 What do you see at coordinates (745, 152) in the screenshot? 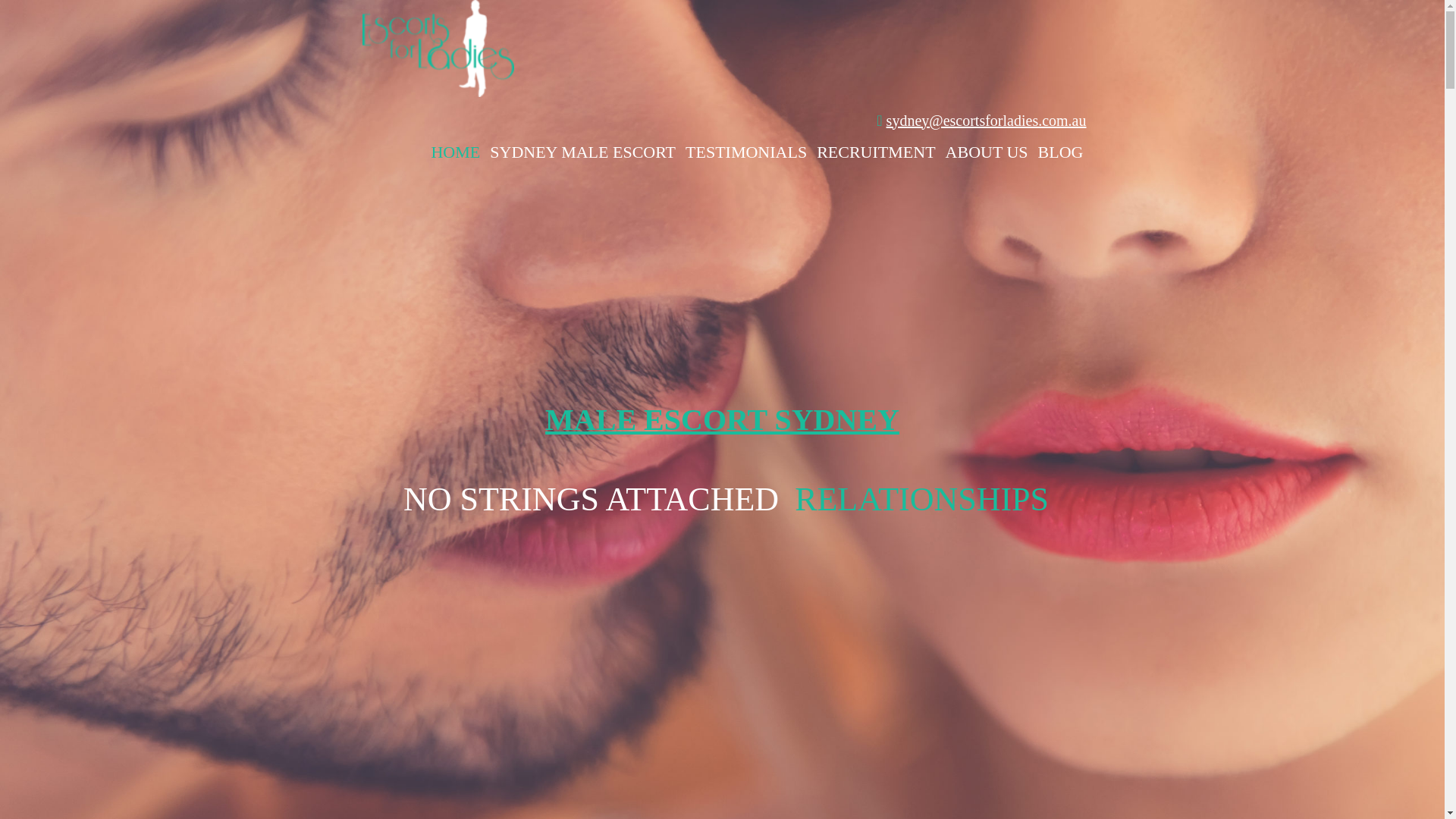
I see `'TESTIMONIALS'` at bounding box center [745, 152].